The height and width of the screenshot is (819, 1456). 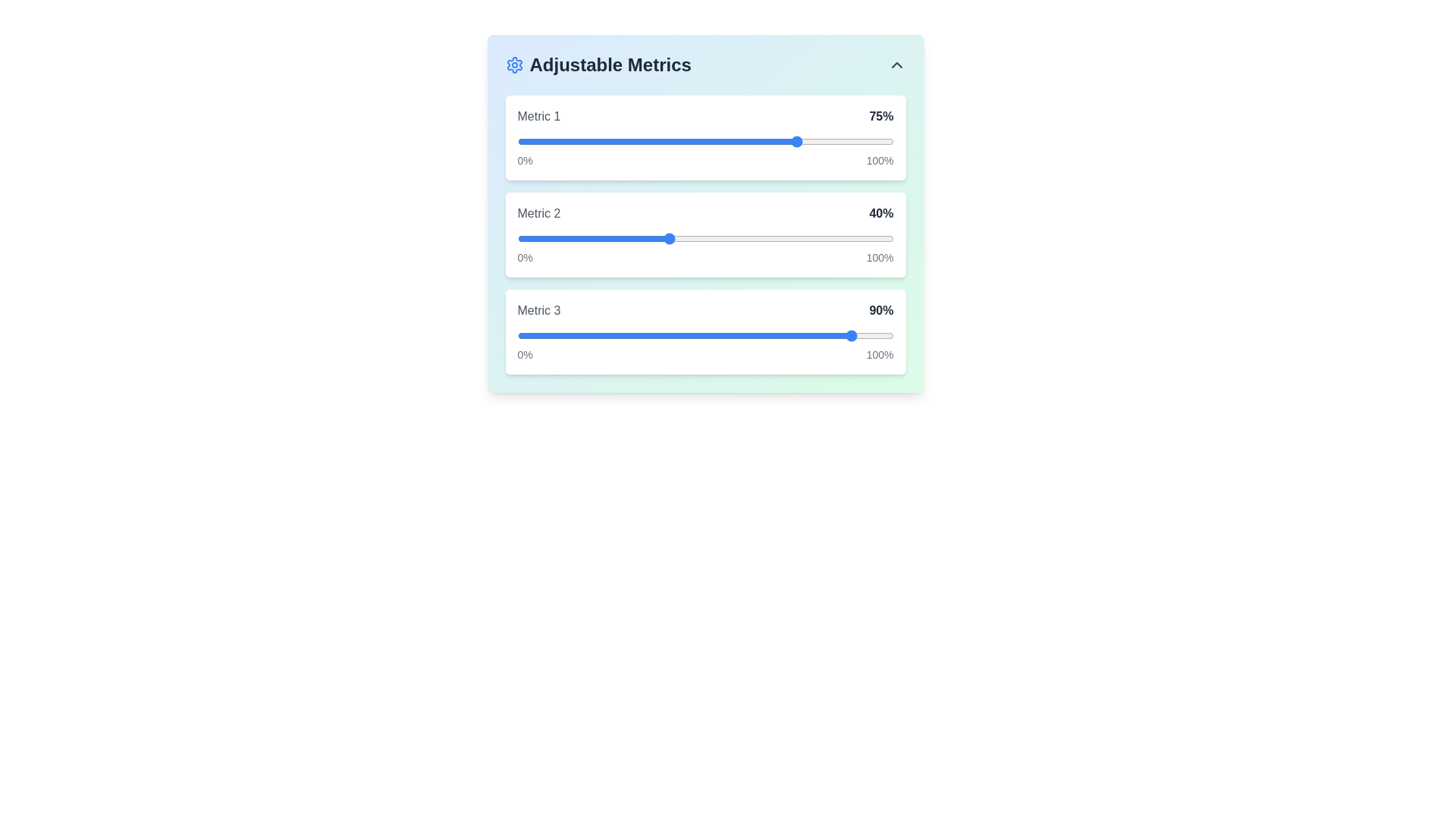 What do you see at coordinates (704, 161) in the screenshot?
I see `the textual label pair indicating the minimum and maximum values of the range (0% and 100%) located within the 'Metric 1' card, positioned below the slider bar` at bounding box center [704, 161].